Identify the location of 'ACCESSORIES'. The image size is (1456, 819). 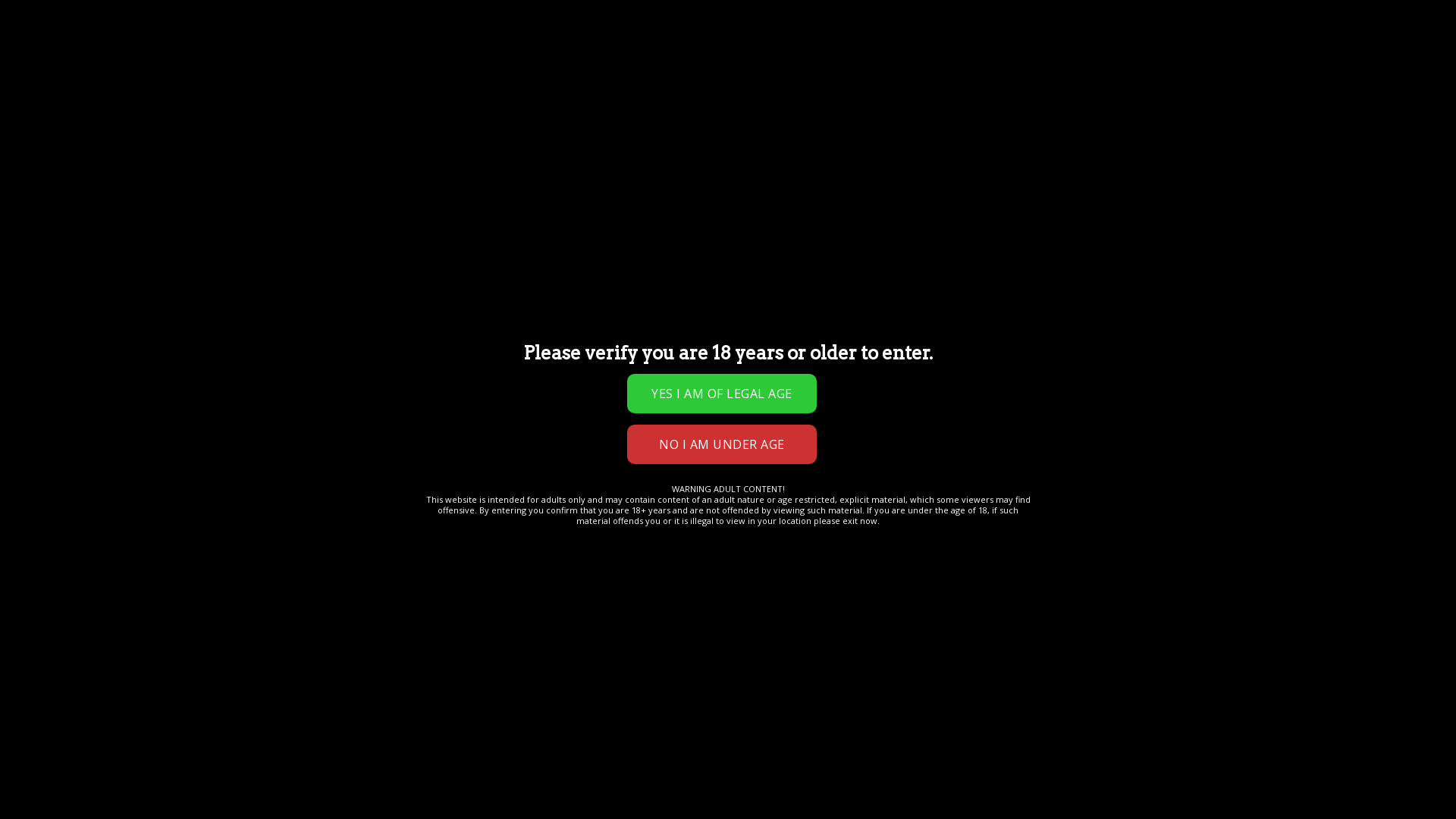
(391, 113).